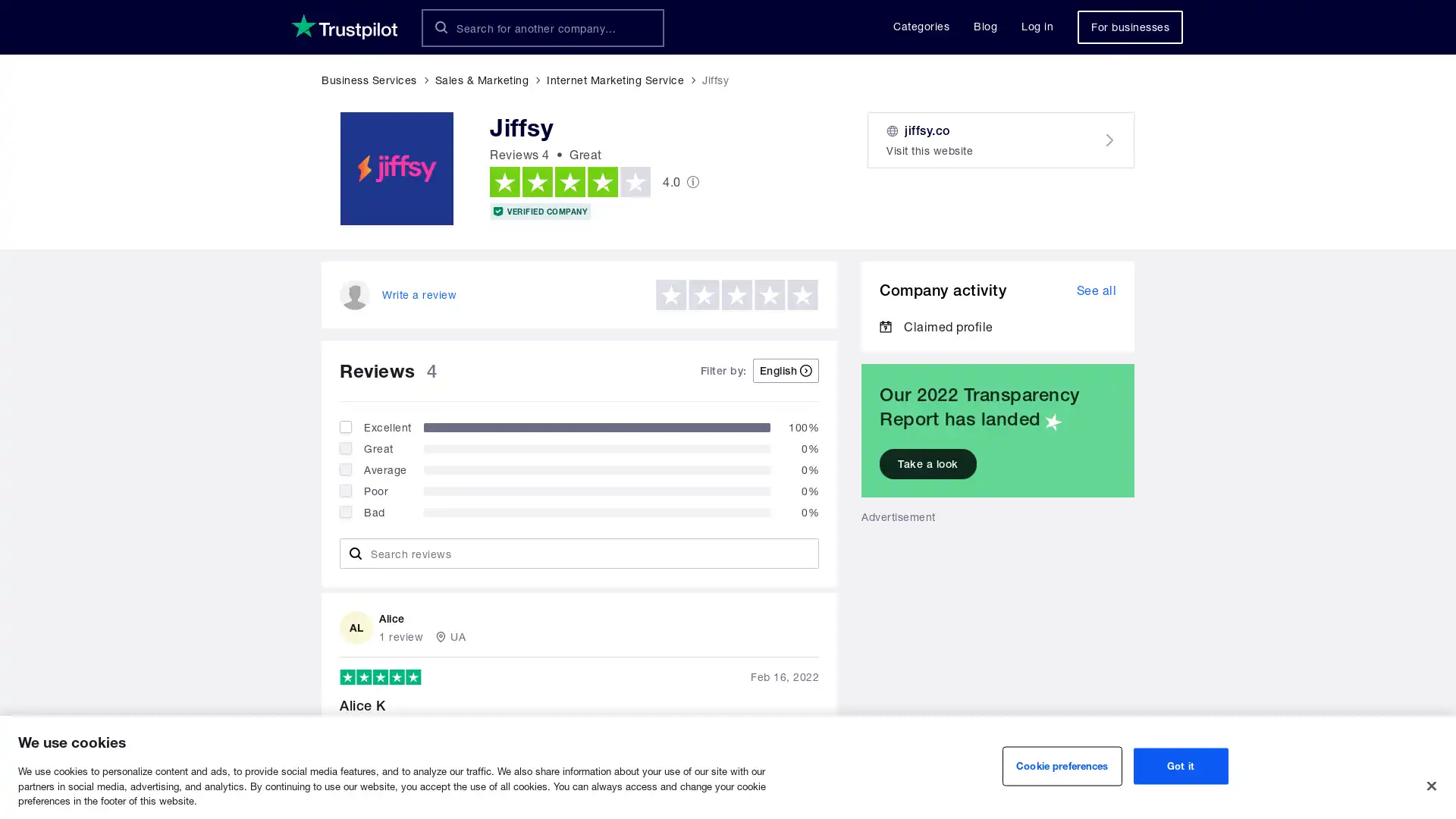 The width and height of the screenshot is (1456, 819). I want to click on Cookie preferences, so click(1061, 766).